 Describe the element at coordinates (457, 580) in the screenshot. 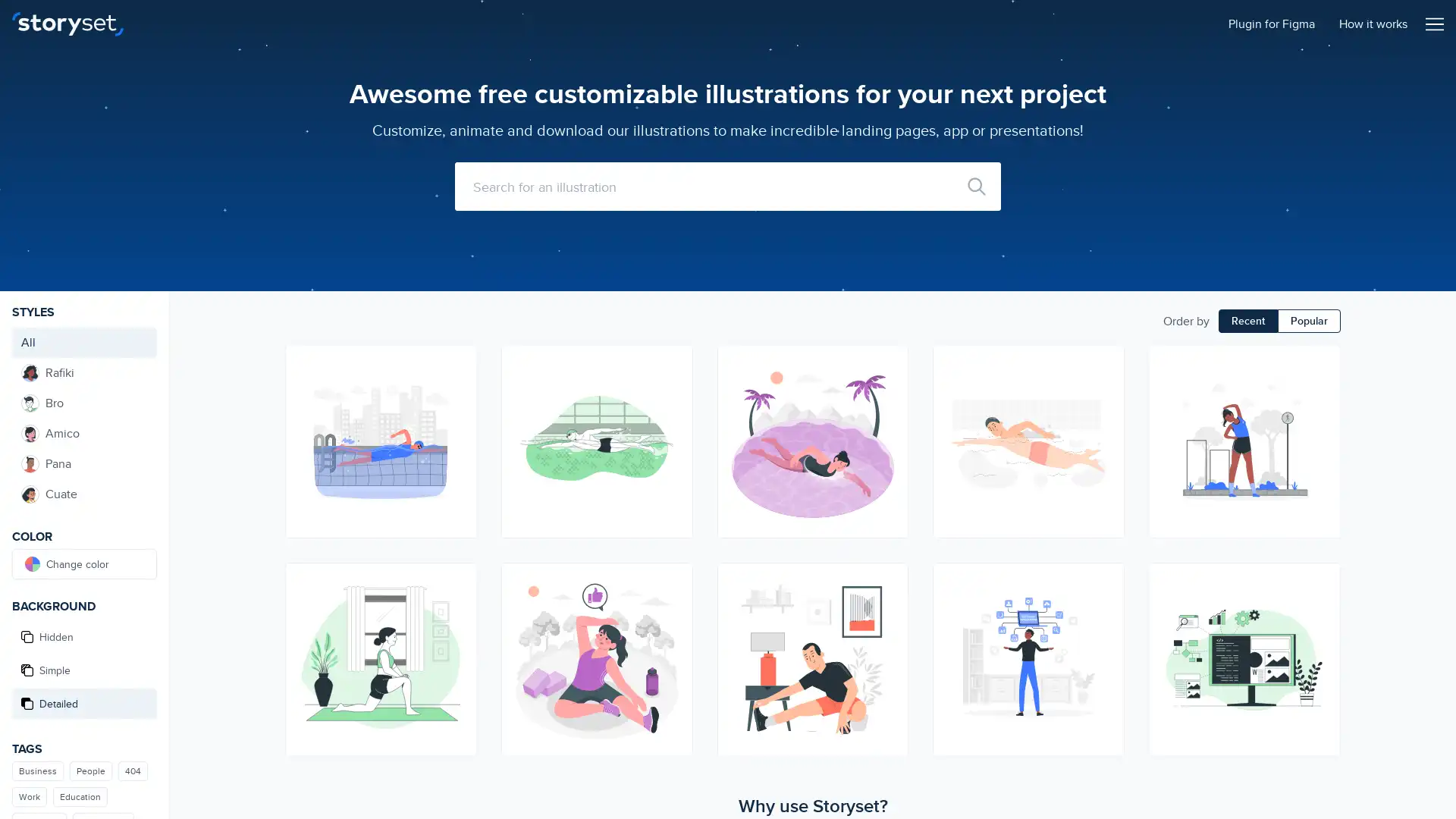

I see `wand icon Animate` at that location.